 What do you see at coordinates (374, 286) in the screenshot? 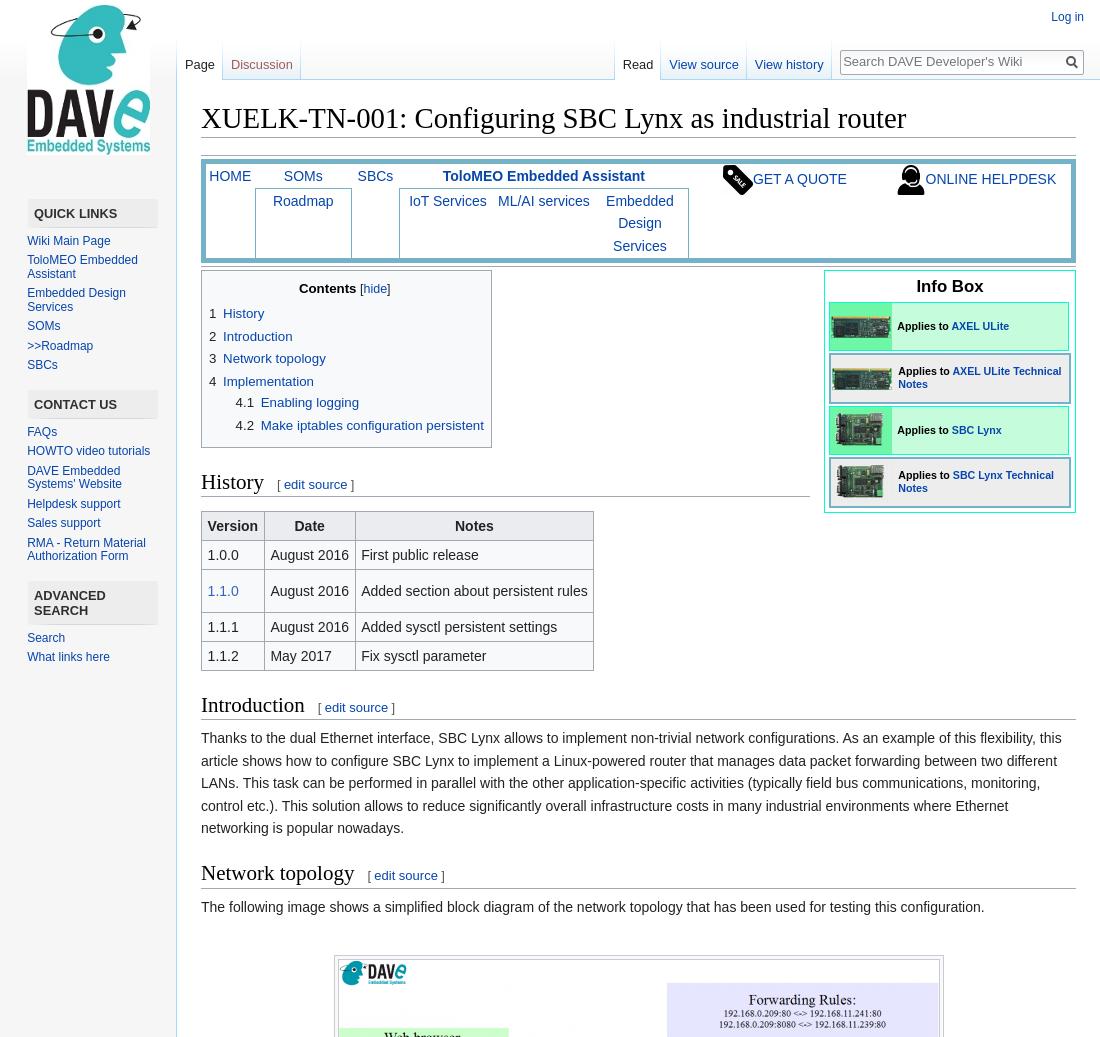
I see `'hide'` at bounding box center [374, 286].